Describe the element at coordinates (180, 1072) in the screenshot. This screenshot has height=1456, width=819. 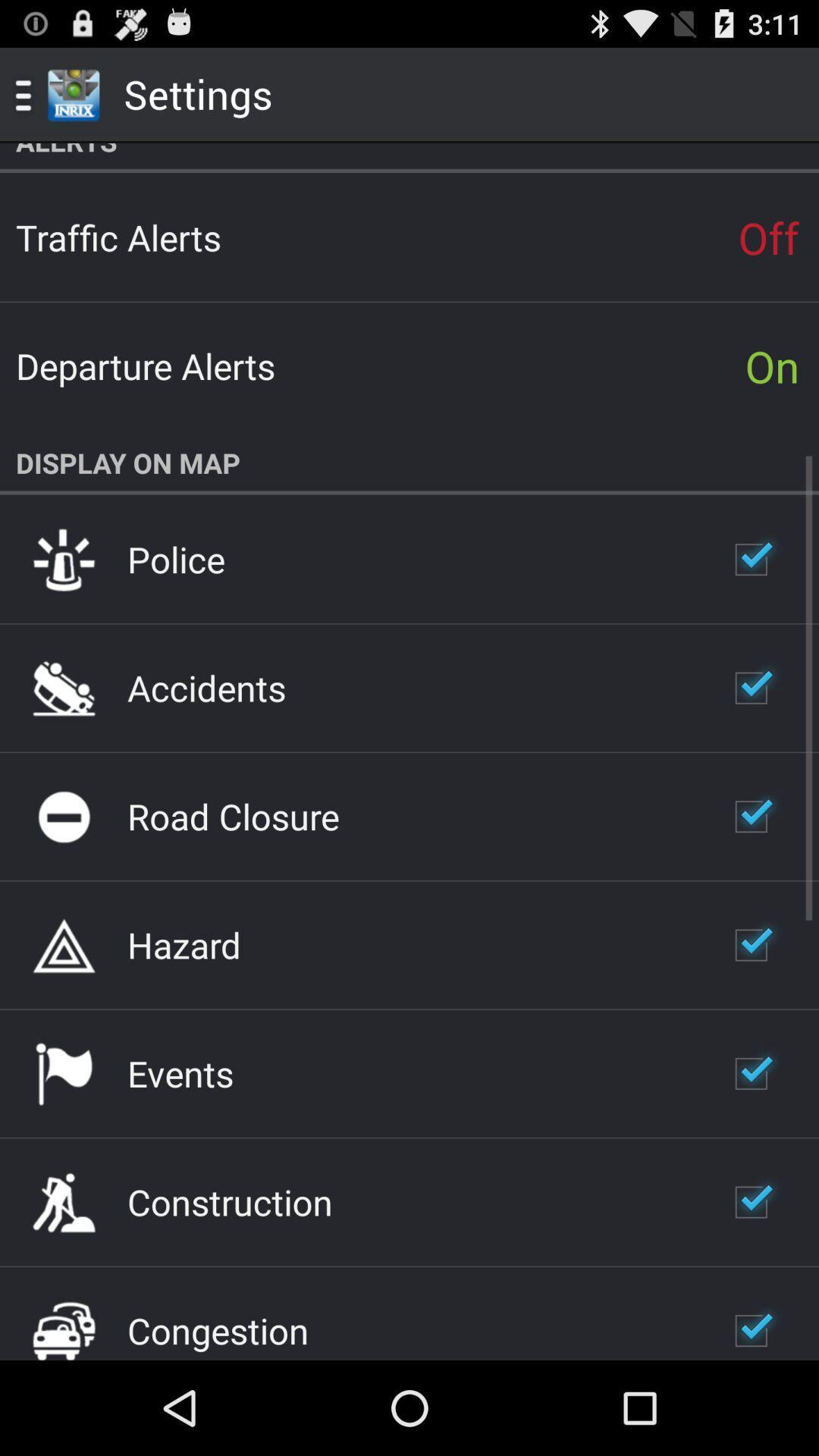
I see `the icon above the construction item` at that location.